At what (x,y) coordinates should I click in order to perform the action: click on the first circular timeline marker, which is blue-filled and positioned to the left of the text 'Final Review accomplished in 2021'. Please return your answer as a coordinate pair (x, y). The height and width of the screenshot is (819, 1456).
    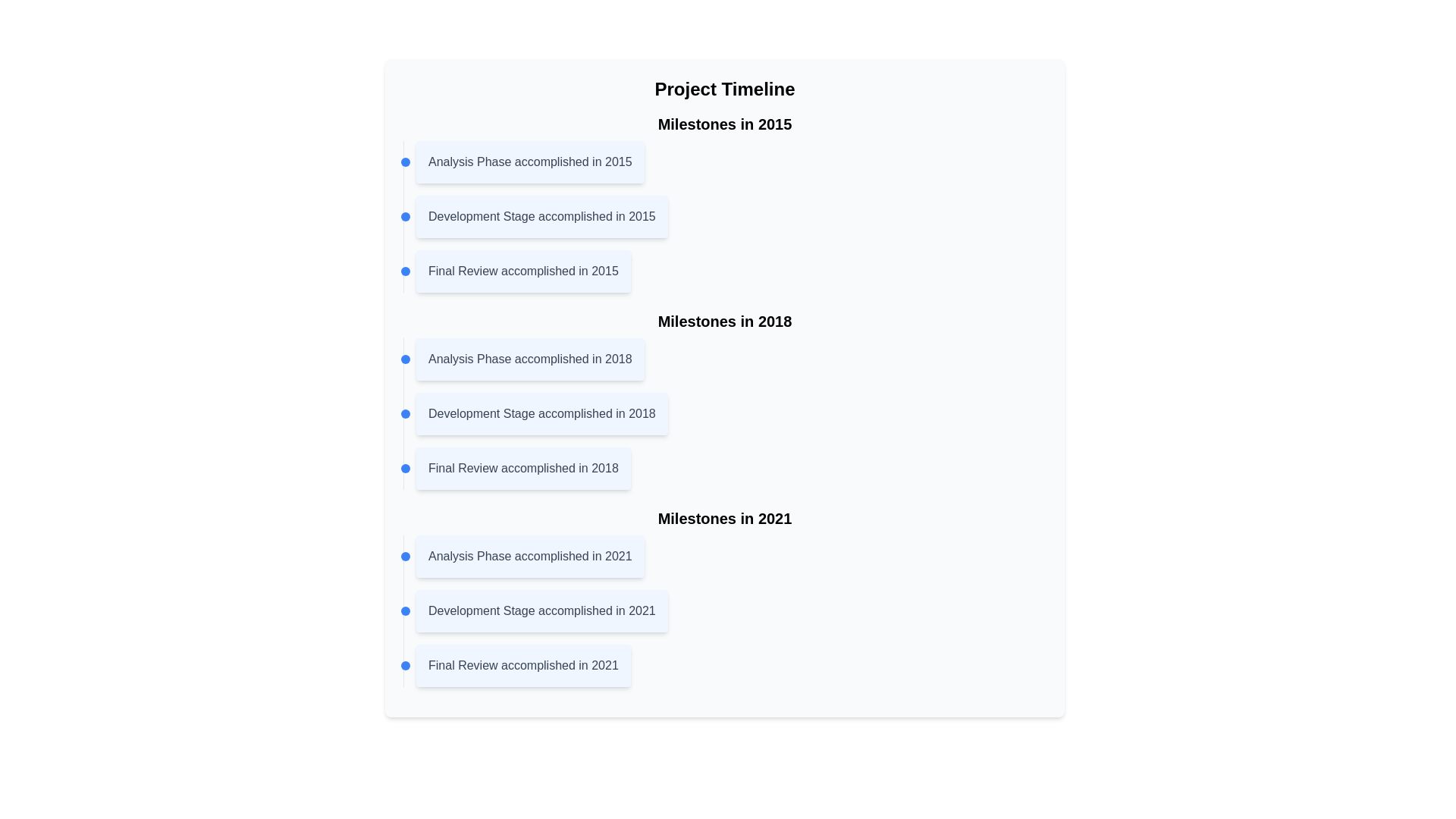
    Looking at the image, I should click on (405, 665).